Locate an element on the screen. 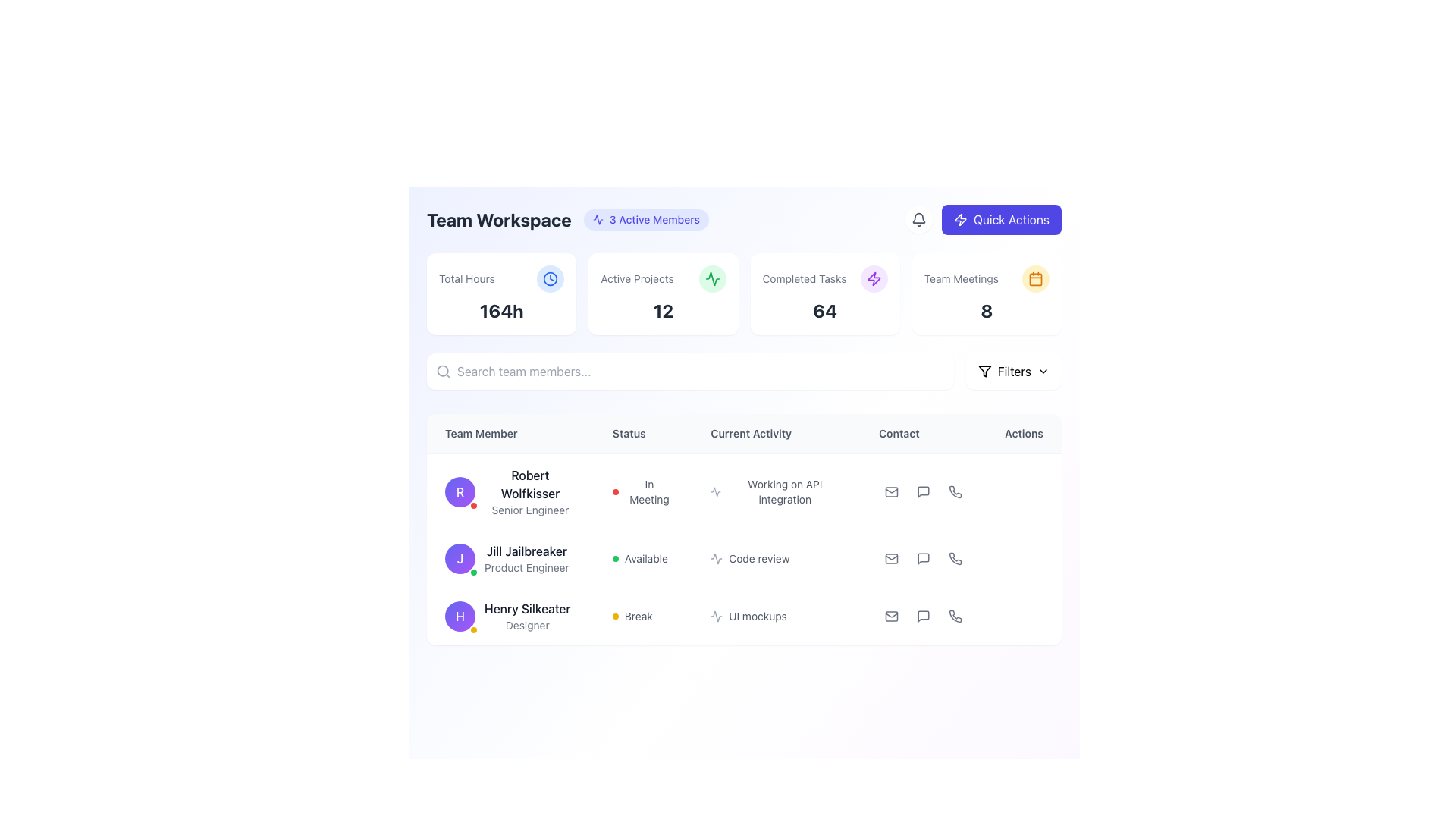  the notification icon button located at the top-right section of the user interface is located at coordinates (918, 219).